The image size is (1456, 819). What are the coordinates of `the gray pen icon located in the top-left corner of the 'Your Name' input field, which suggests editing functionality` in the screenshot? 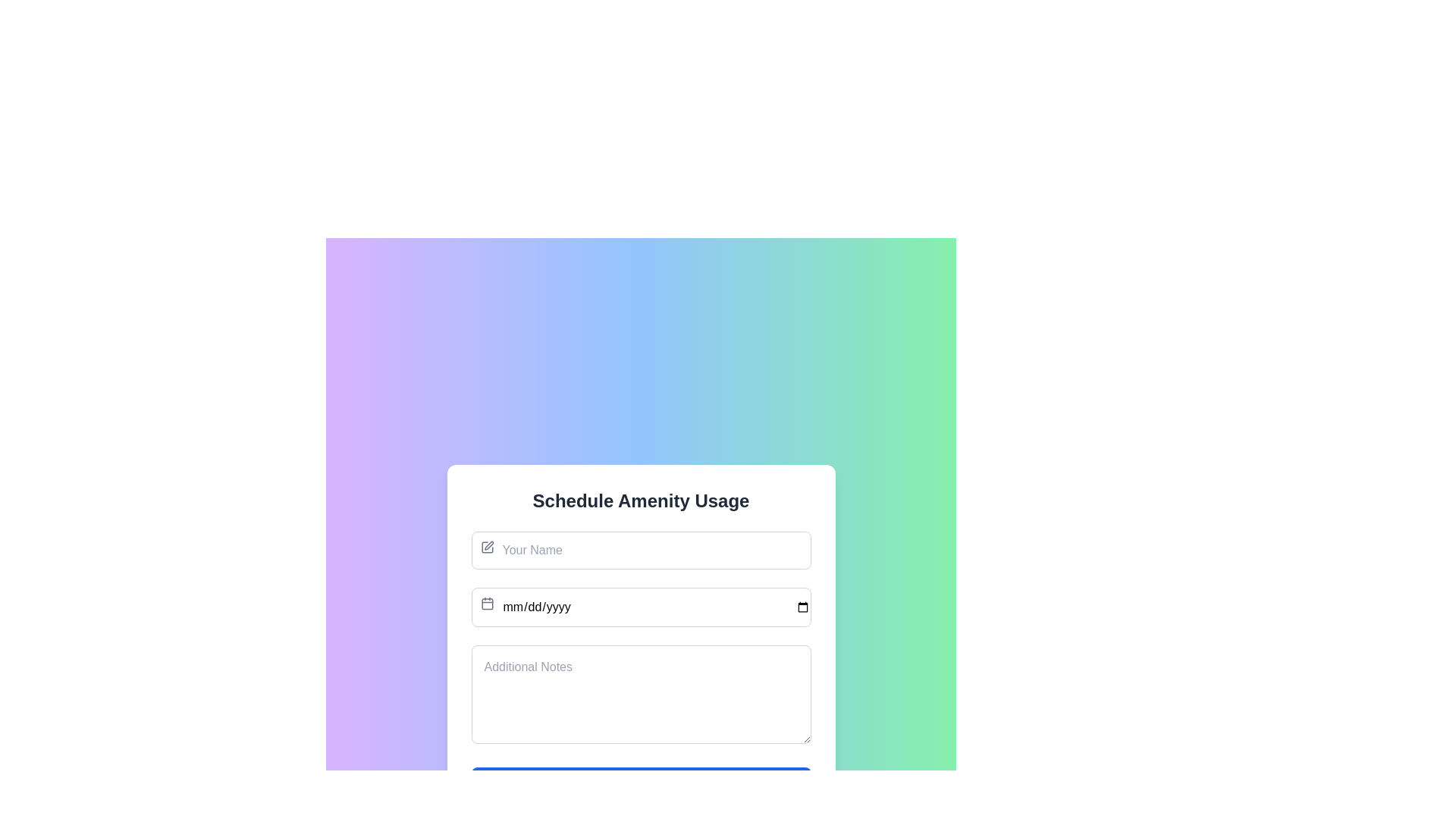 It's located at (487, 547).